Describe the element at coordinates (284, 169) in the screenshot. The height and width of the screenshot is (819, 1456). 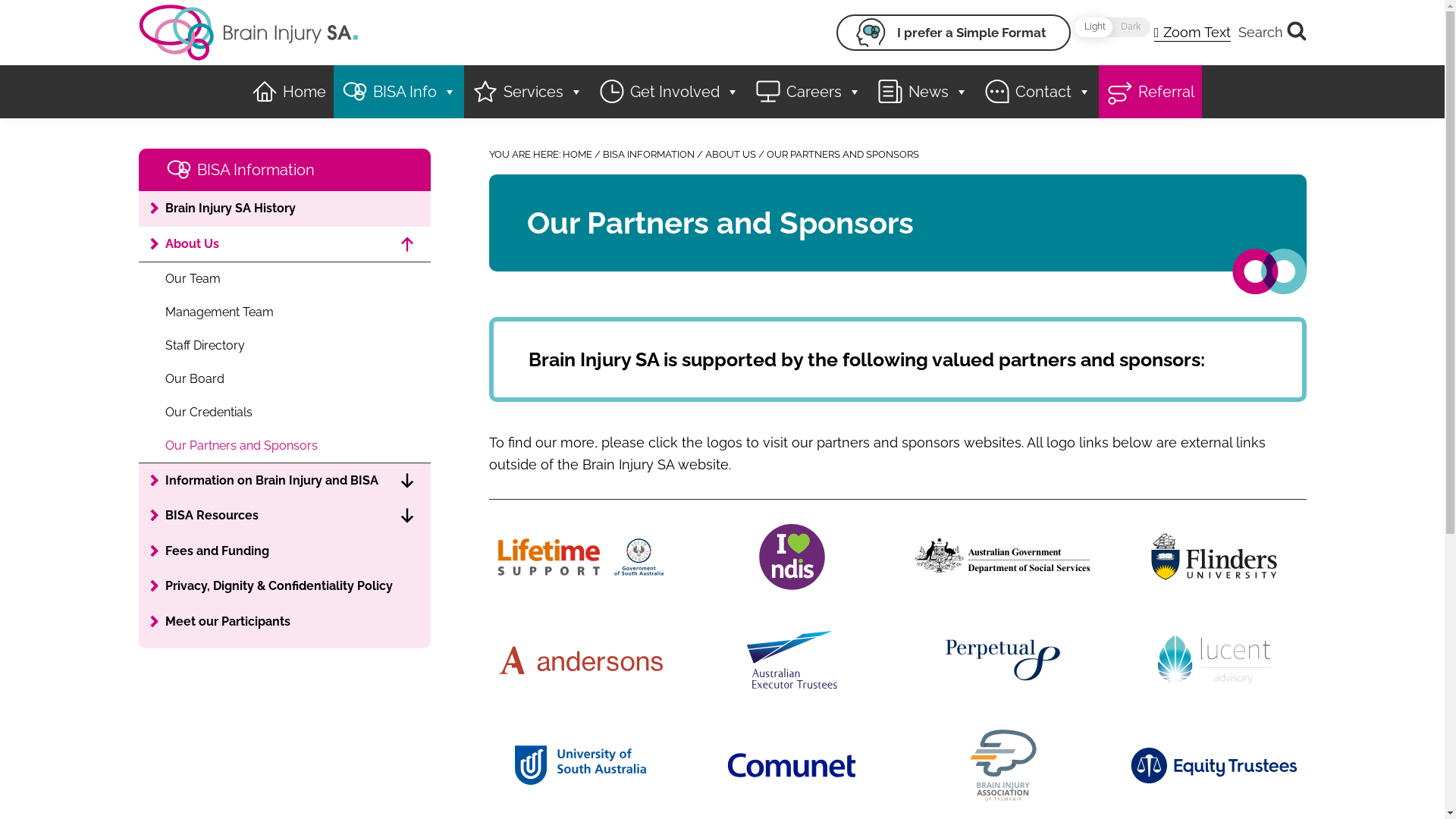
I see `'BISA Information'` at that location.